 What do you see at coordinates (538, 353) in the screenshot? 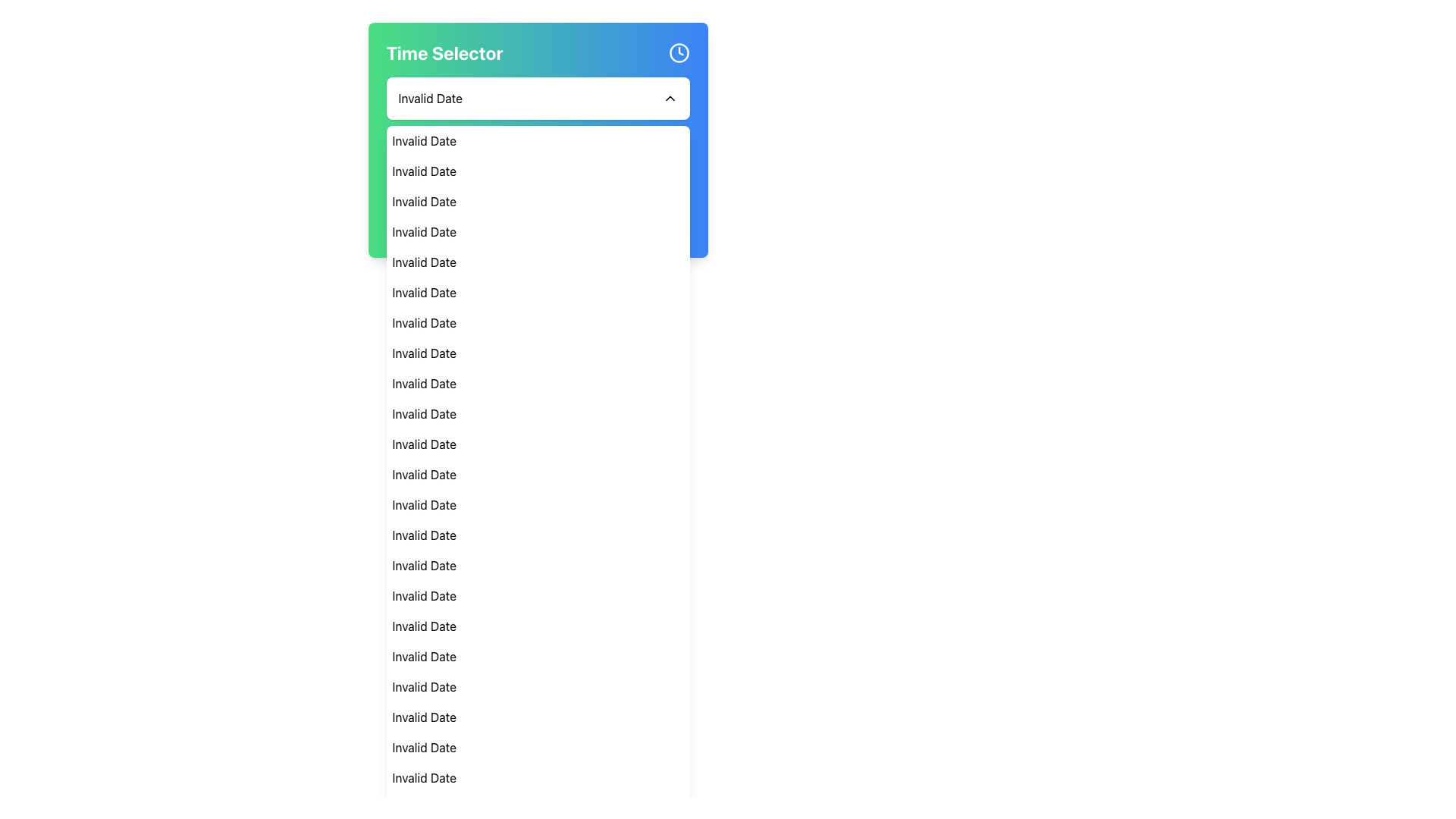
I see `the list item displaying 'Invalid Date'` at bounding box center [538, 353].